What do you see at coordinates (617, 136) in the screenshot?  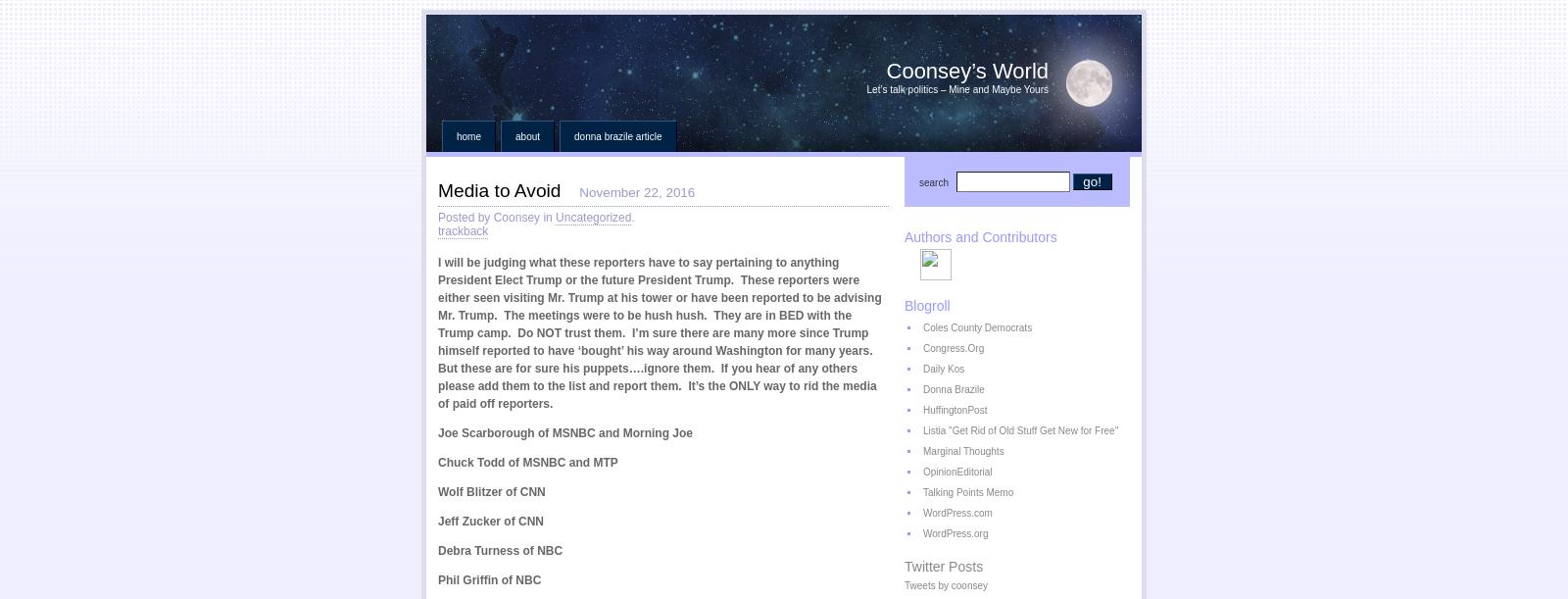 I see `'Donna Brazile Article'` at bounding box center [617, 136].